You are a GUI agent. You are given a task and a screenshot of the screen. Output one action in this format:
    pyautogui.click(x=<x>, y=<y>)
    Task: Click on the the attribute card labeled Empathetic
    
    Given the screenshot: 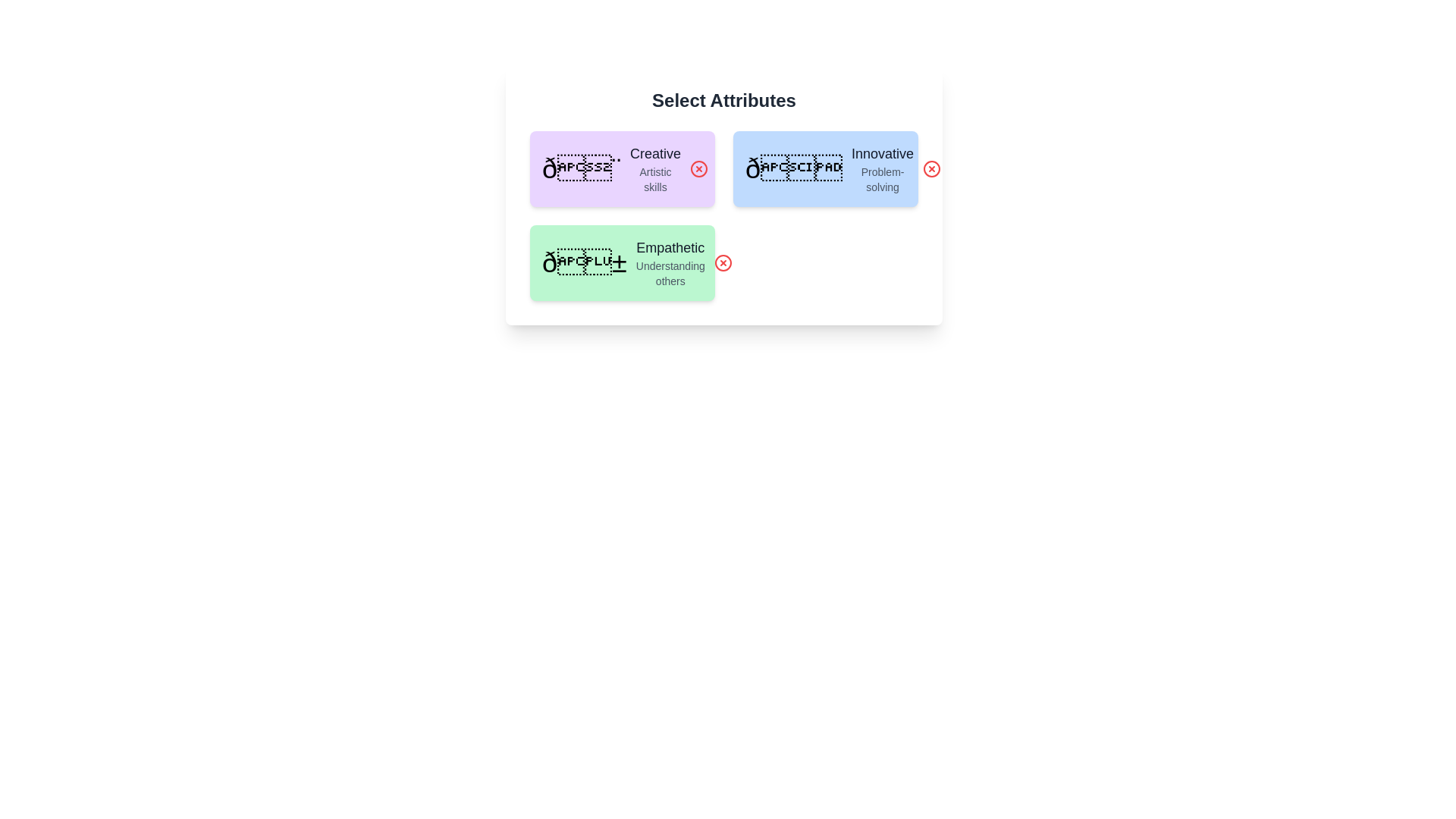 What is the action you would take?
    pyautogui.click(x=622, y=262)
    